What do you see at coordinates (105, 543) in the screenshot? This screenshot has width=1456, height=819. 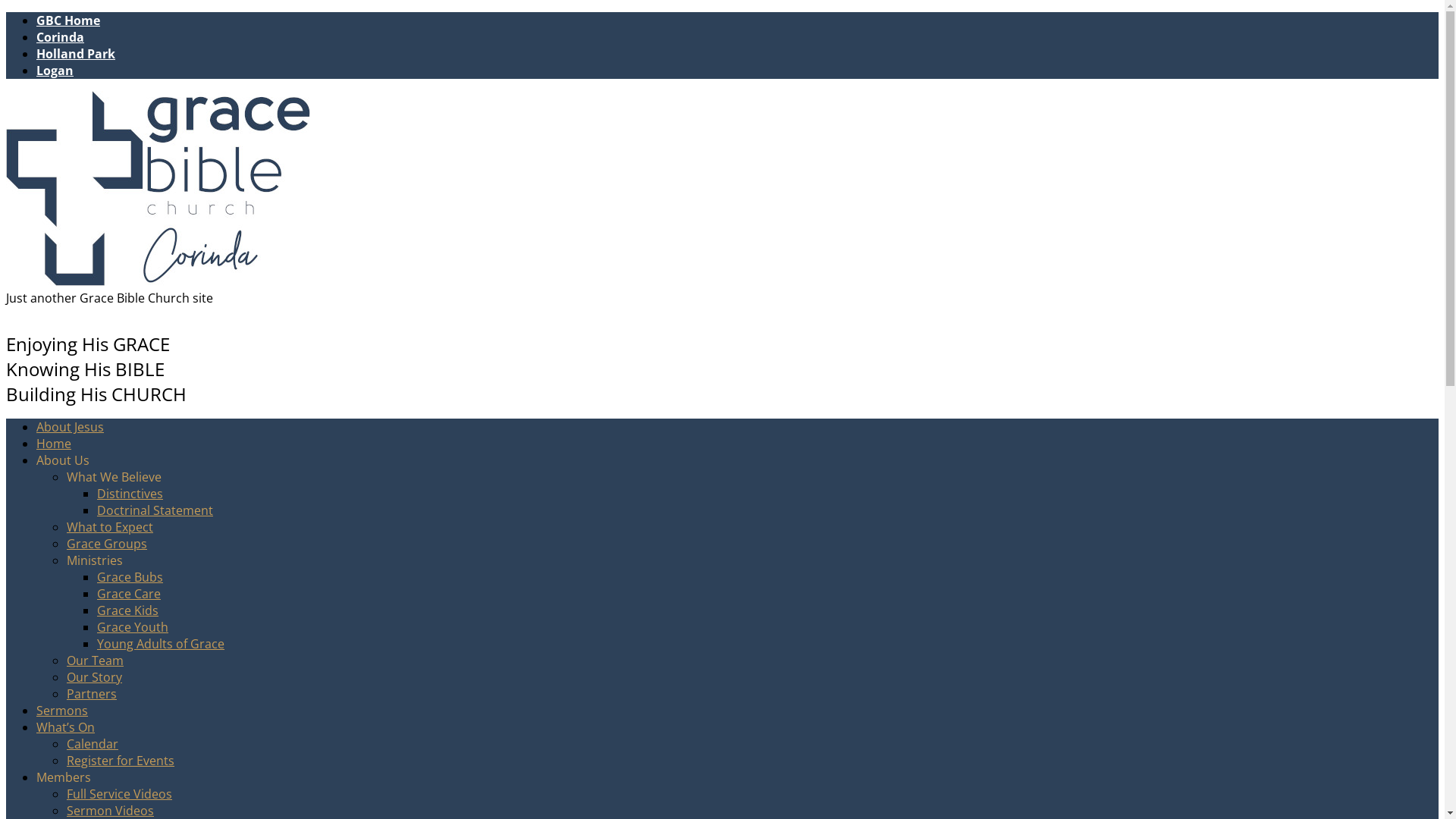 I see `'Grace Groups'` at bounding box center [105, 543].